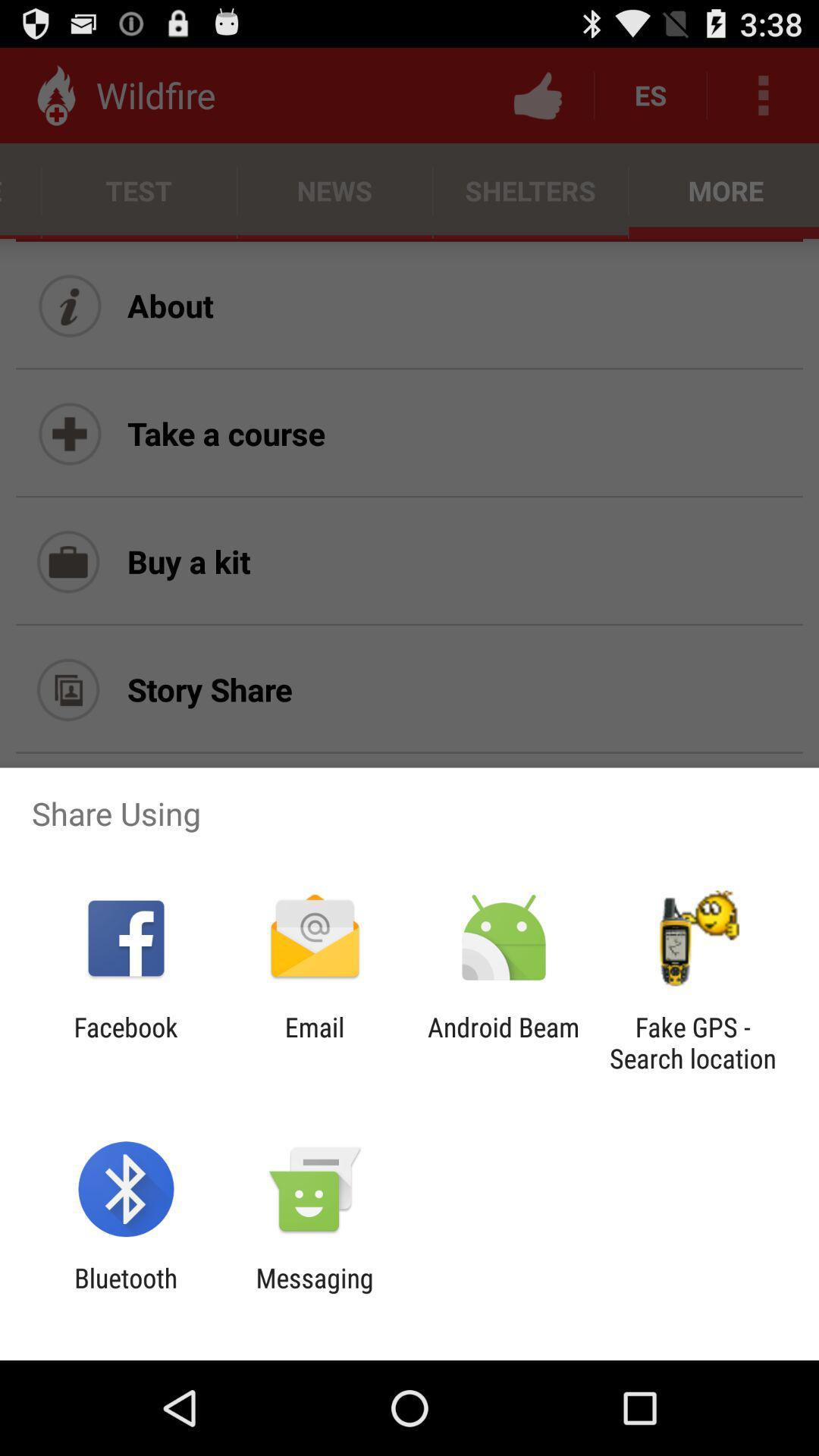 The image size is (819, 1456). What do you see at coordinates (504, 1042) in the screenshot?
I see `android beam` at bounding box center [504, 1042].